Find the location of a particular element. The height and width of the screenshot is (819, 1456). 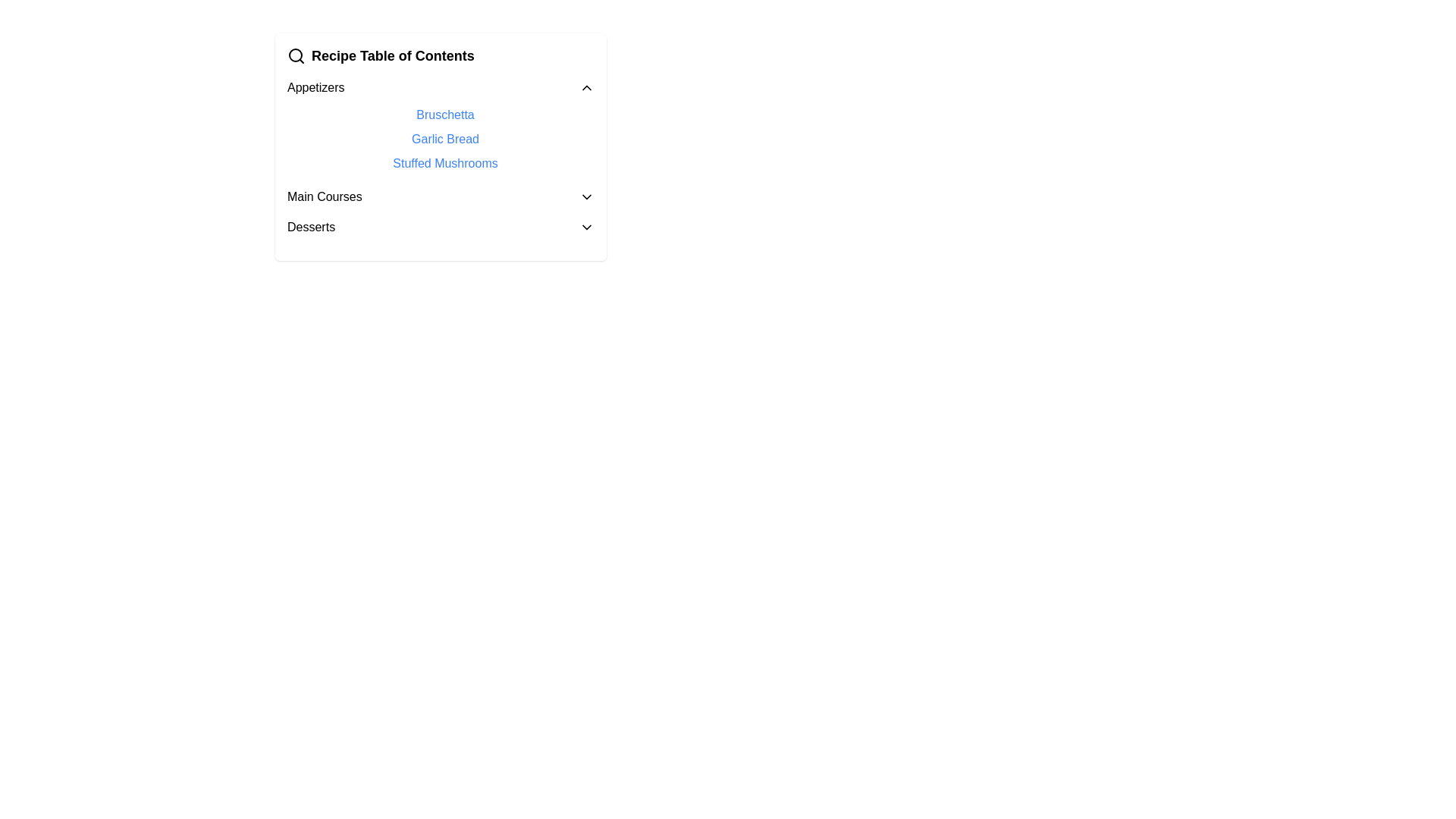

the SVG Icon located on the far left of the 'Recipe Table of Contents' title bar is located at coordinates (296, 55).